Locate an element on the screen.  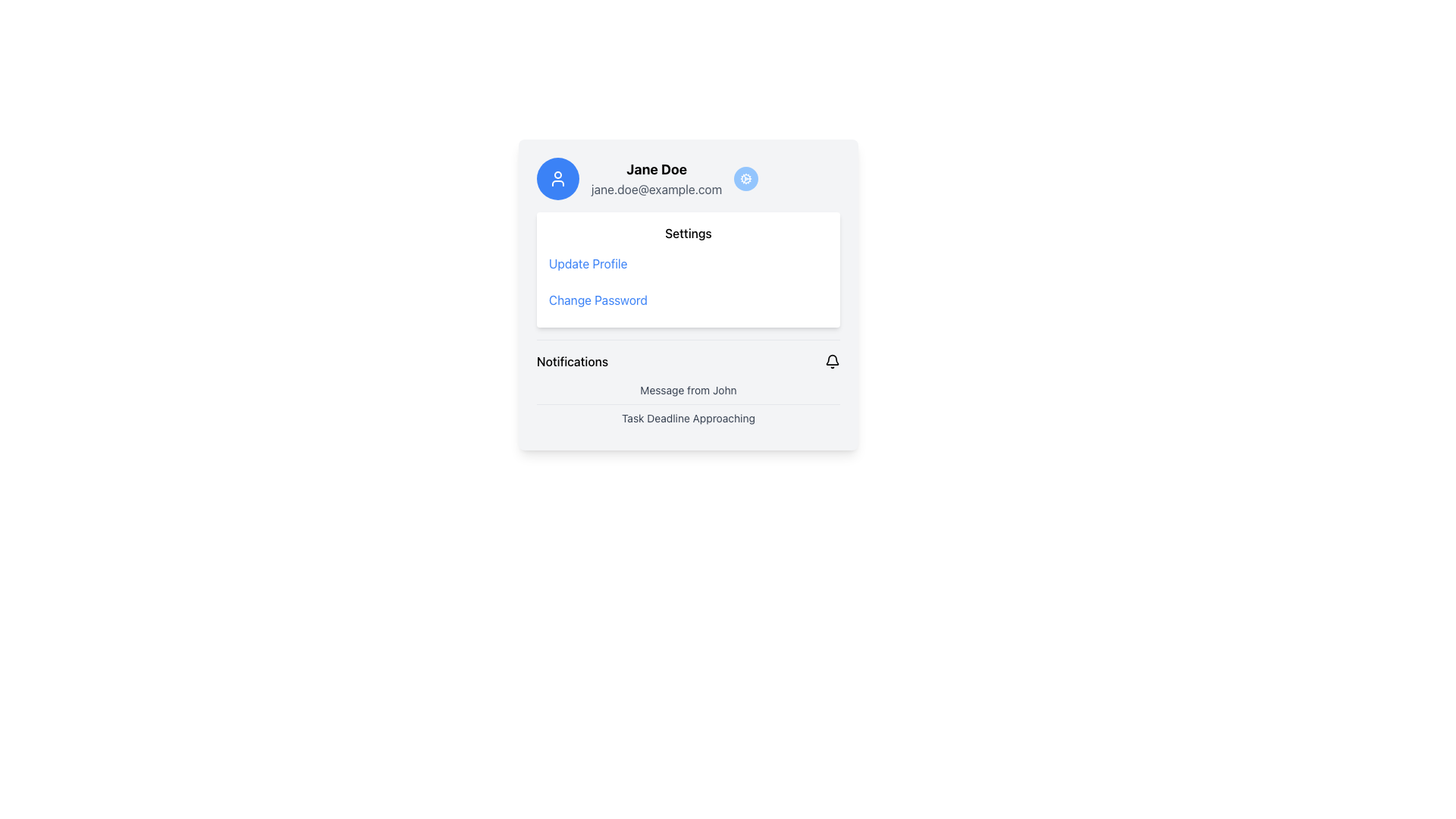
the settings button located to the right of the name 'Jane Doe' is located at coordinates (745, 177).